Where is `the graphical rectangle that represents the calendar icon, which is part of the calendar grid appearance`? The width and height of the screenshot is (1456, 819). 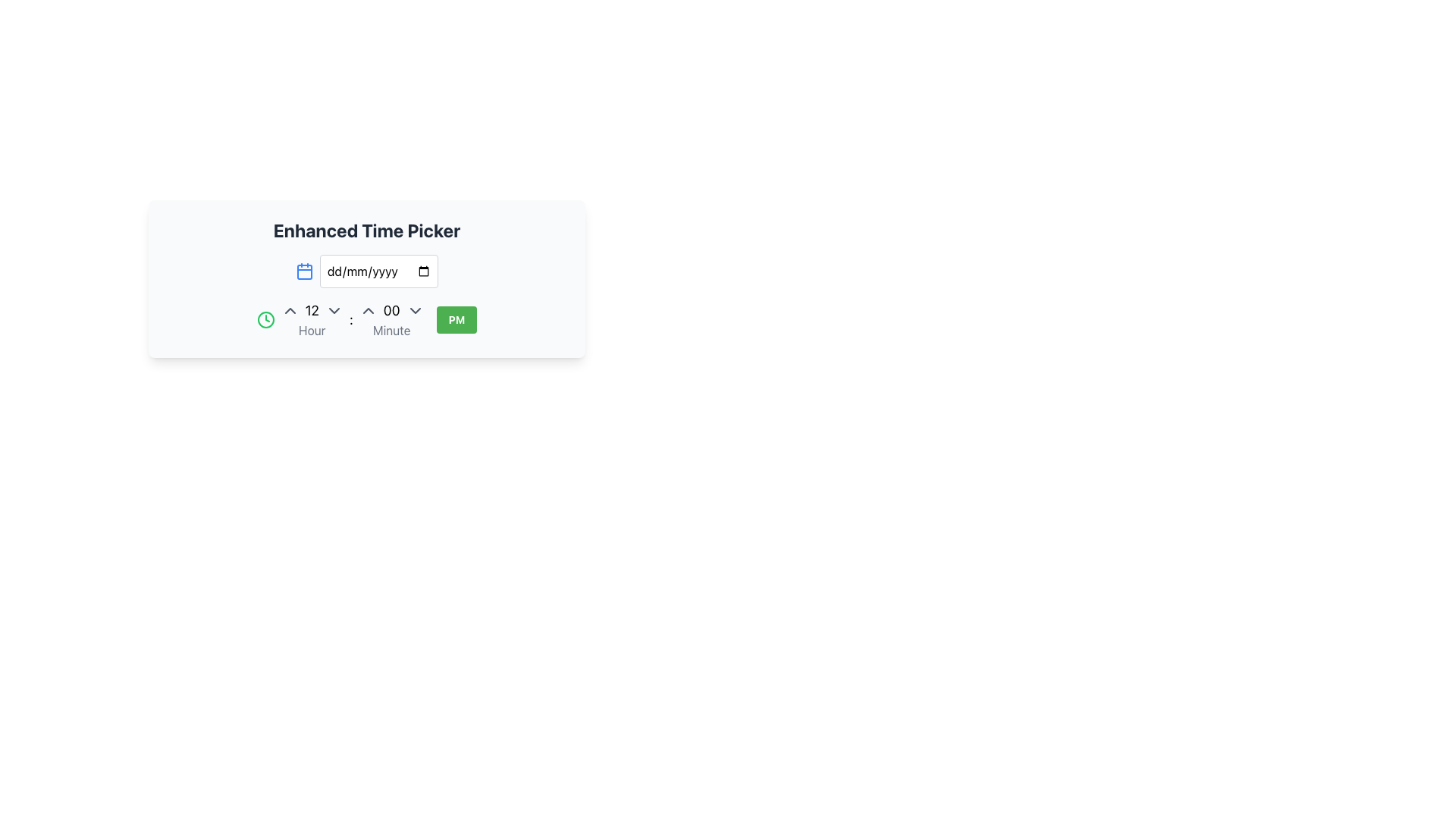 the graphical rectangle that represents the calendar icon, which is part of the calendar grid appearance is located at coordinates (304, 271).